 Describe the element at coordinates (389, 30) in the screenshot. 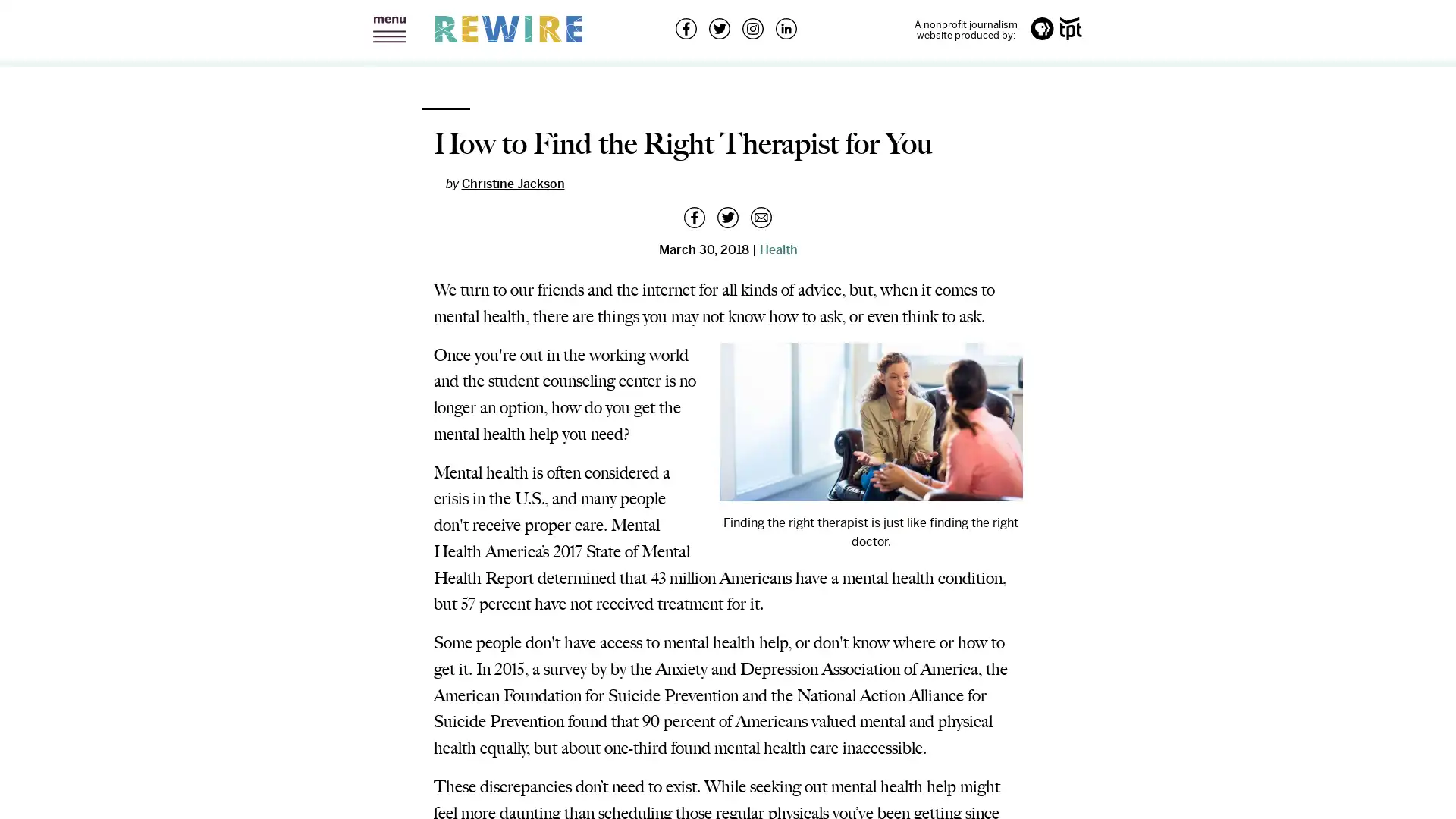

I see `Main Navigation Menu` at that location.